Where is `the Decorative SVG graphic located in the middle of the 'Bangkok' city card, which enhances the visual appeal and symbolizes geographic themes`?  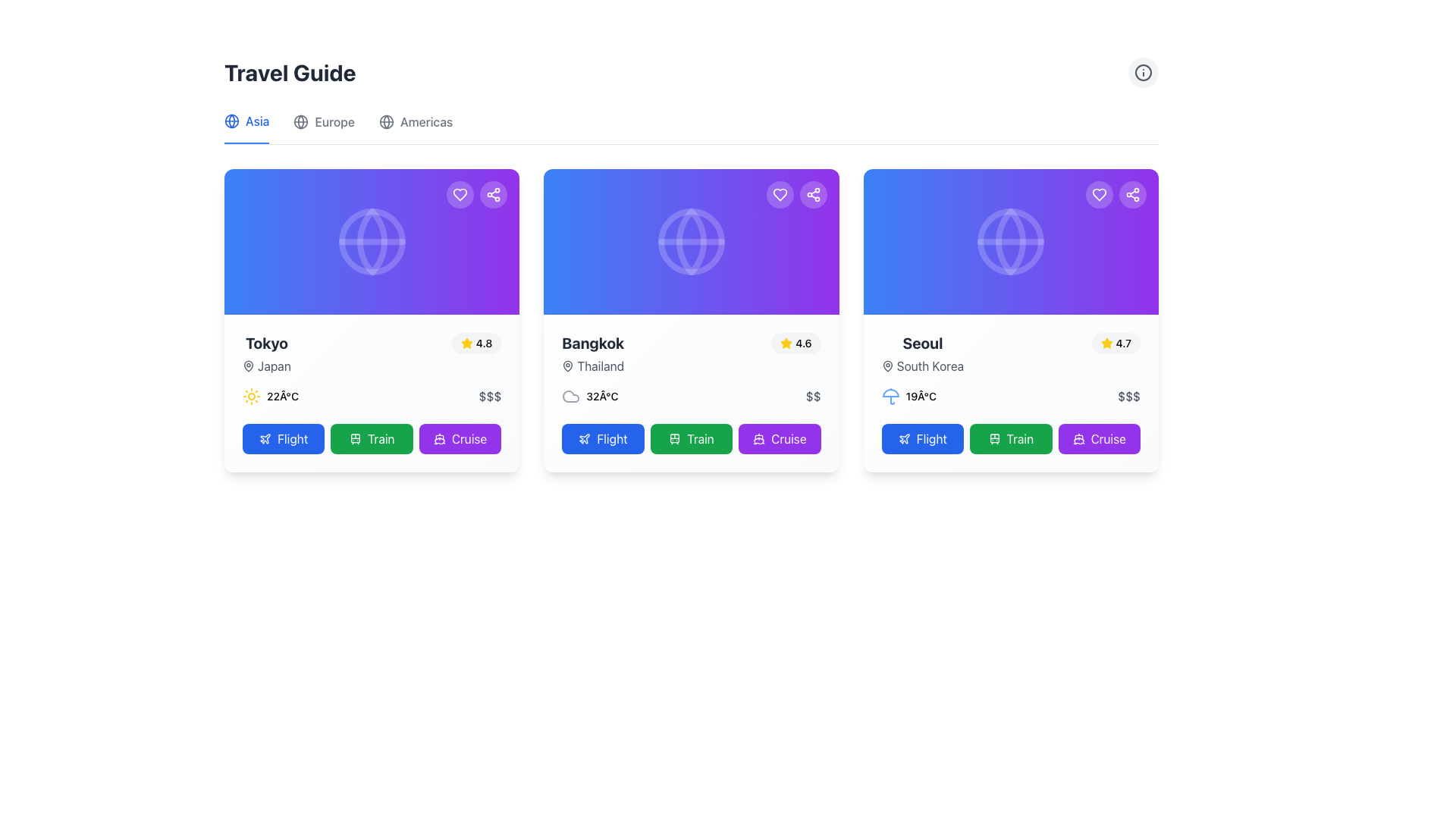 the Decorative SVG graphic located in the middle of the 'Bangkok' city card, which enhances the visual appeal and symbolizes geographic themes is located at coordinates (691, 241).